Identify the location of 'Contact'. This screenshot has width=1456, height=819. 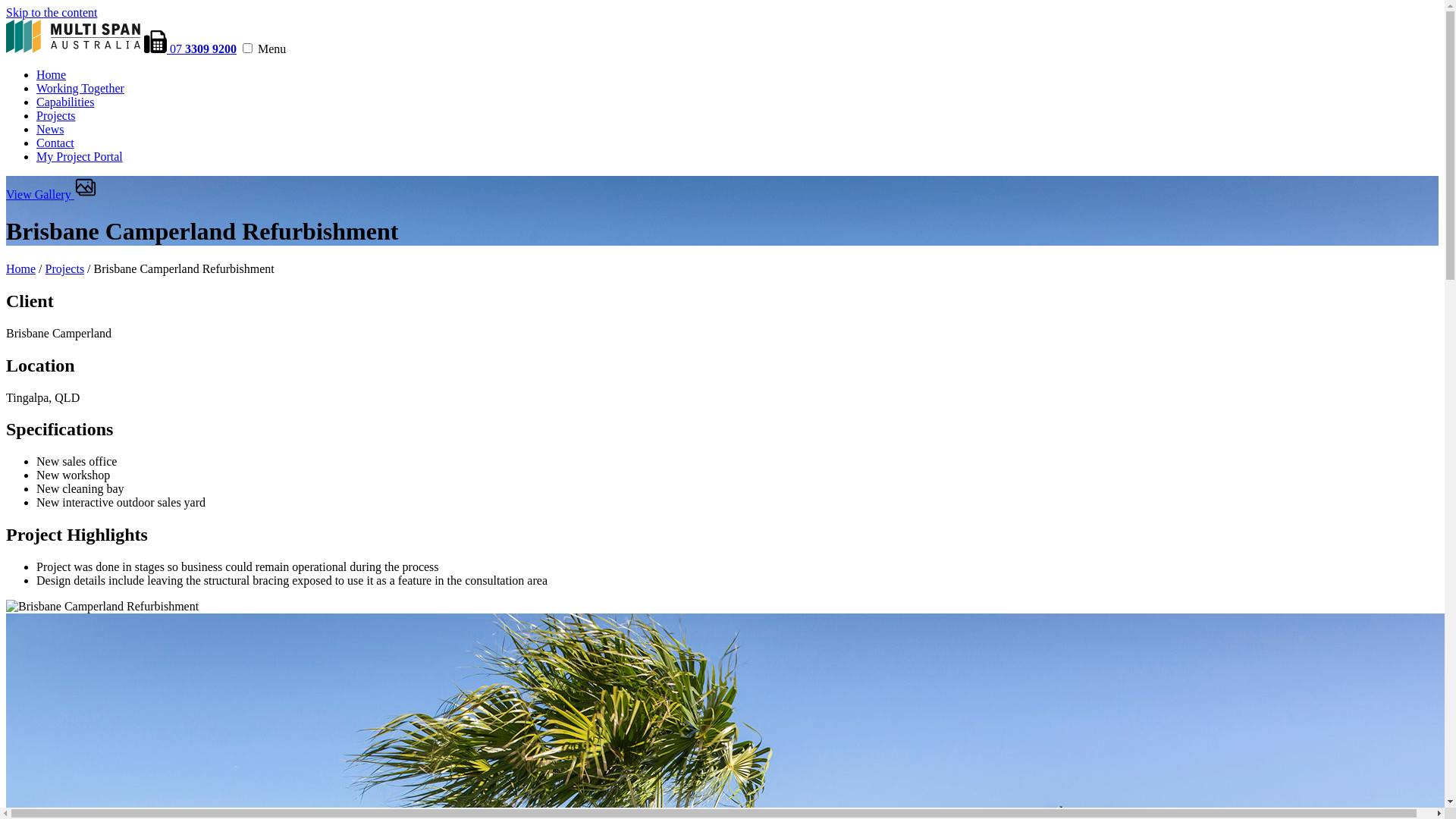
(36, 143).